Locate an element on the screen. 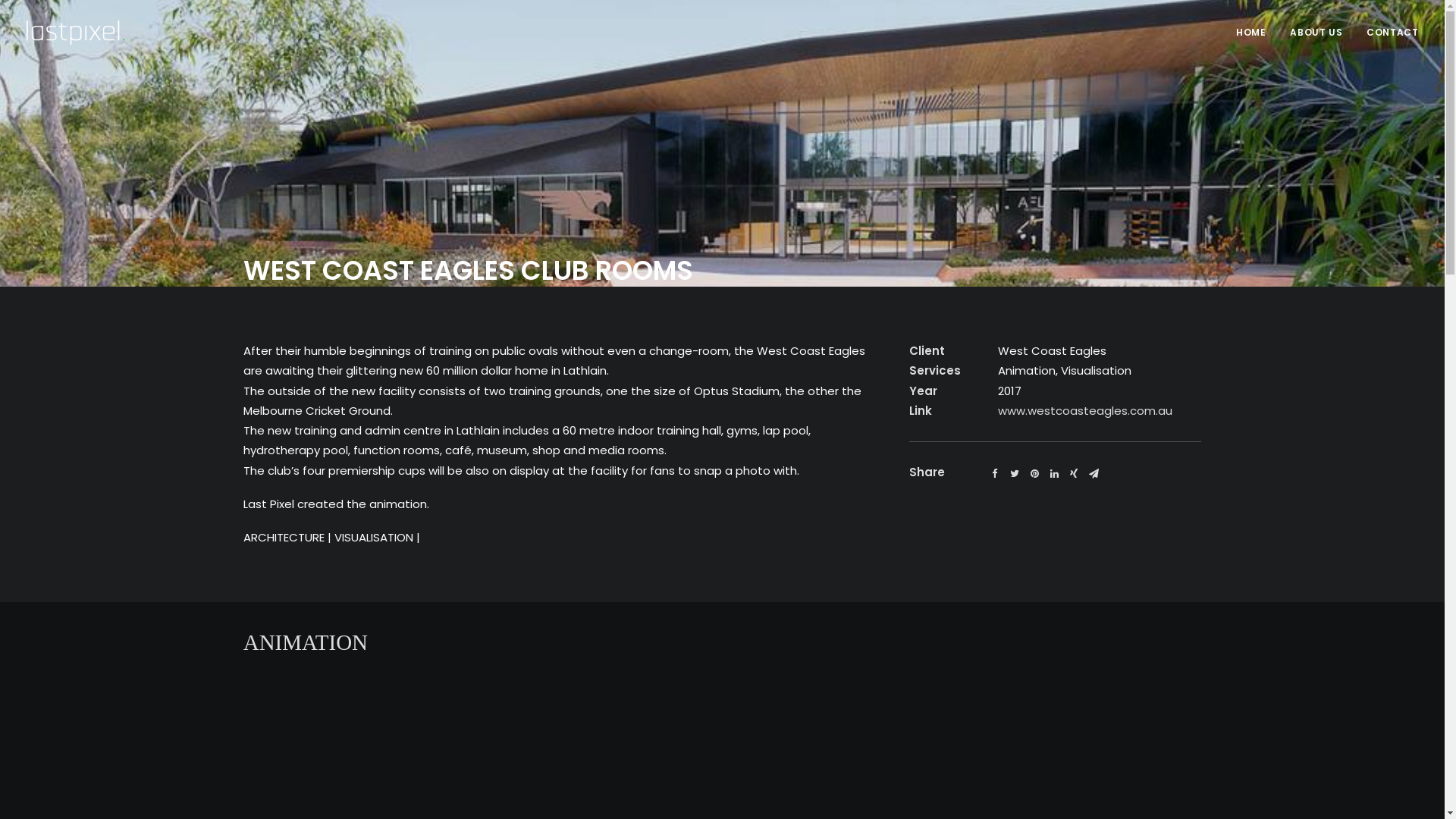 The image size is (1456, 819). 'www.westcoasteagles.com.au' is located at coordinates (1084, 410).